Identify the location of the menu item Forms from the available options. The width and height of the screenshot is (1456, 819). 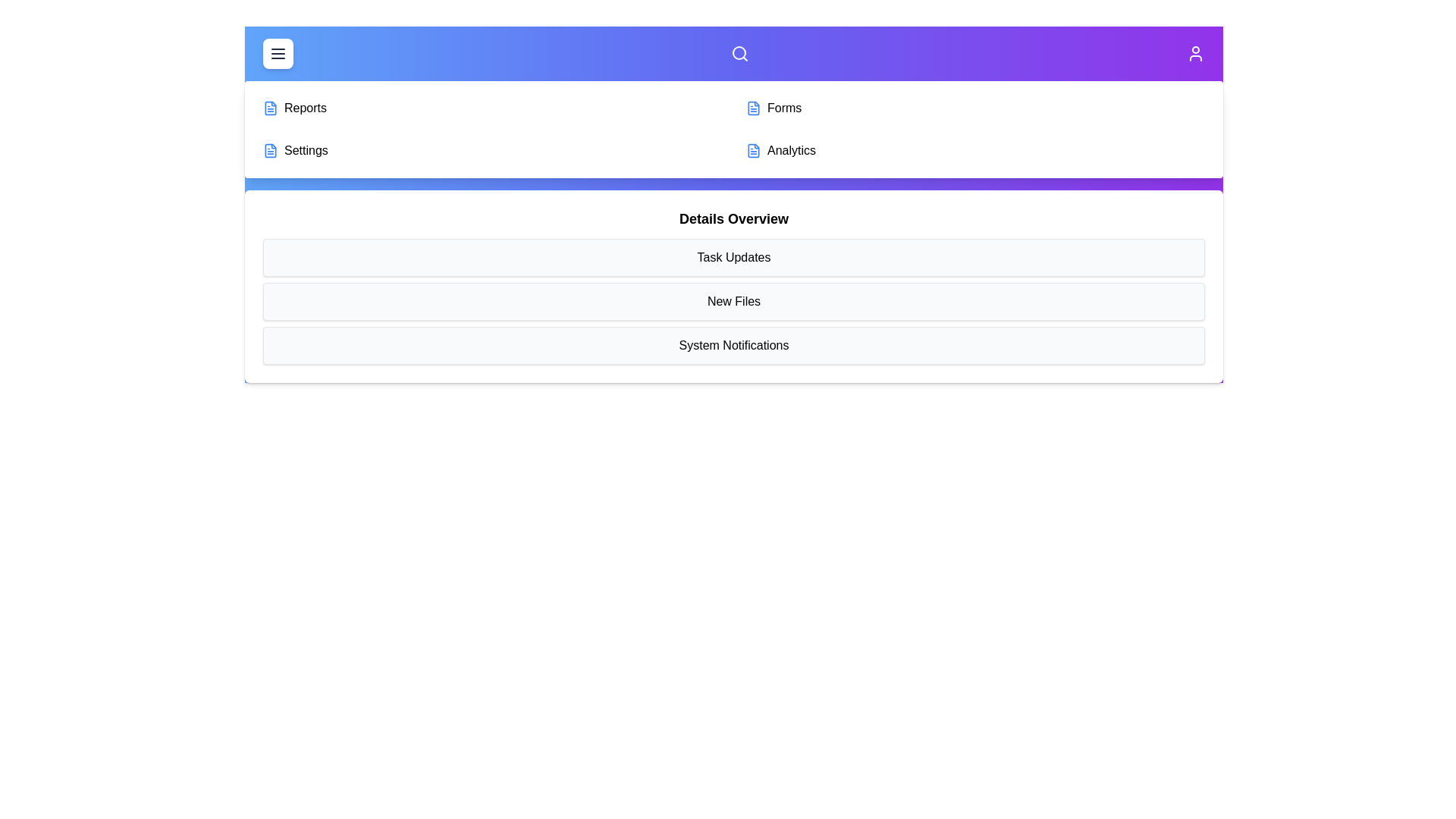
(975, 107).